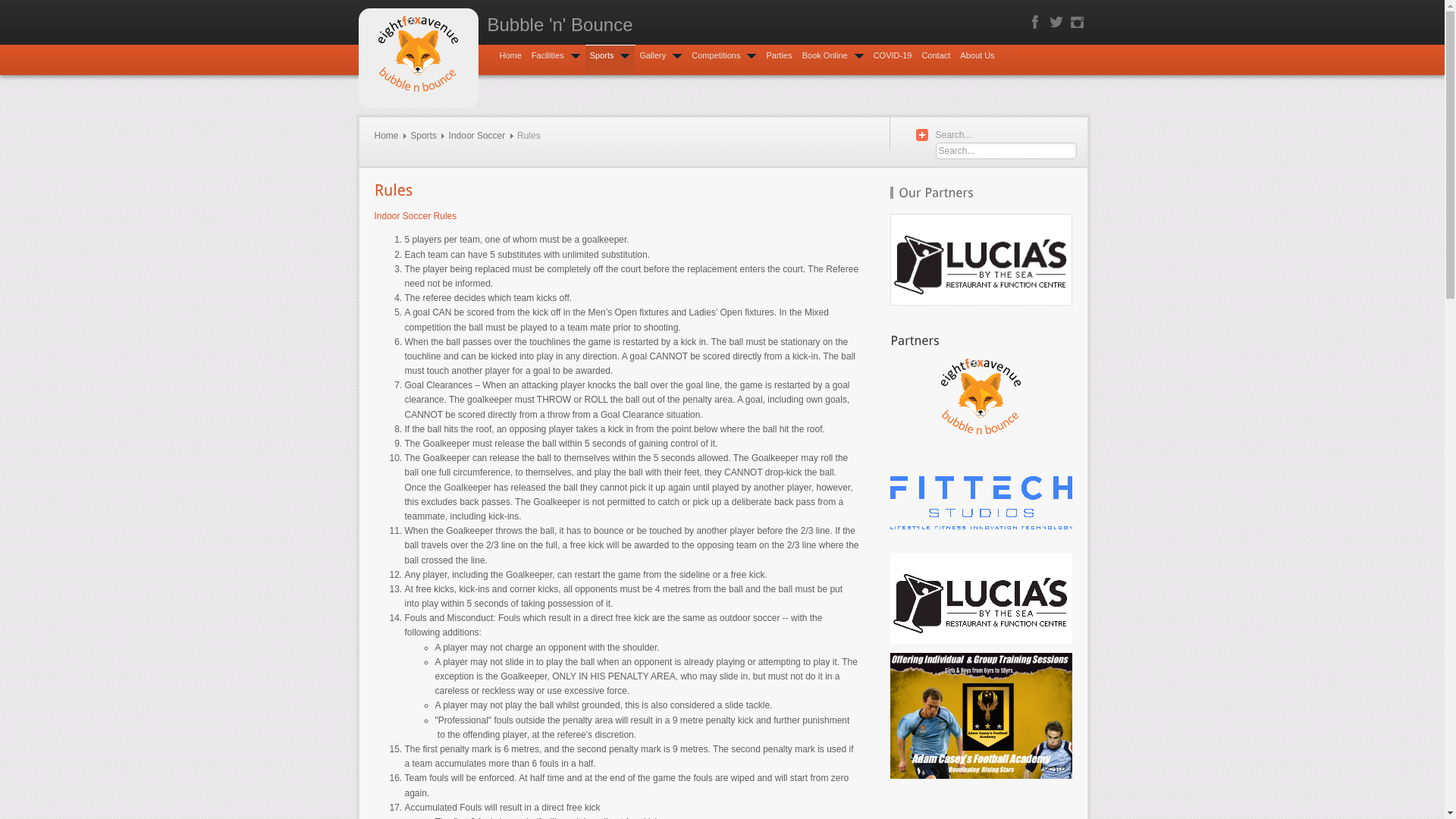  Describe the element at coordinates (959, 60) in the screenshot. I see `'About Us'` at that location.